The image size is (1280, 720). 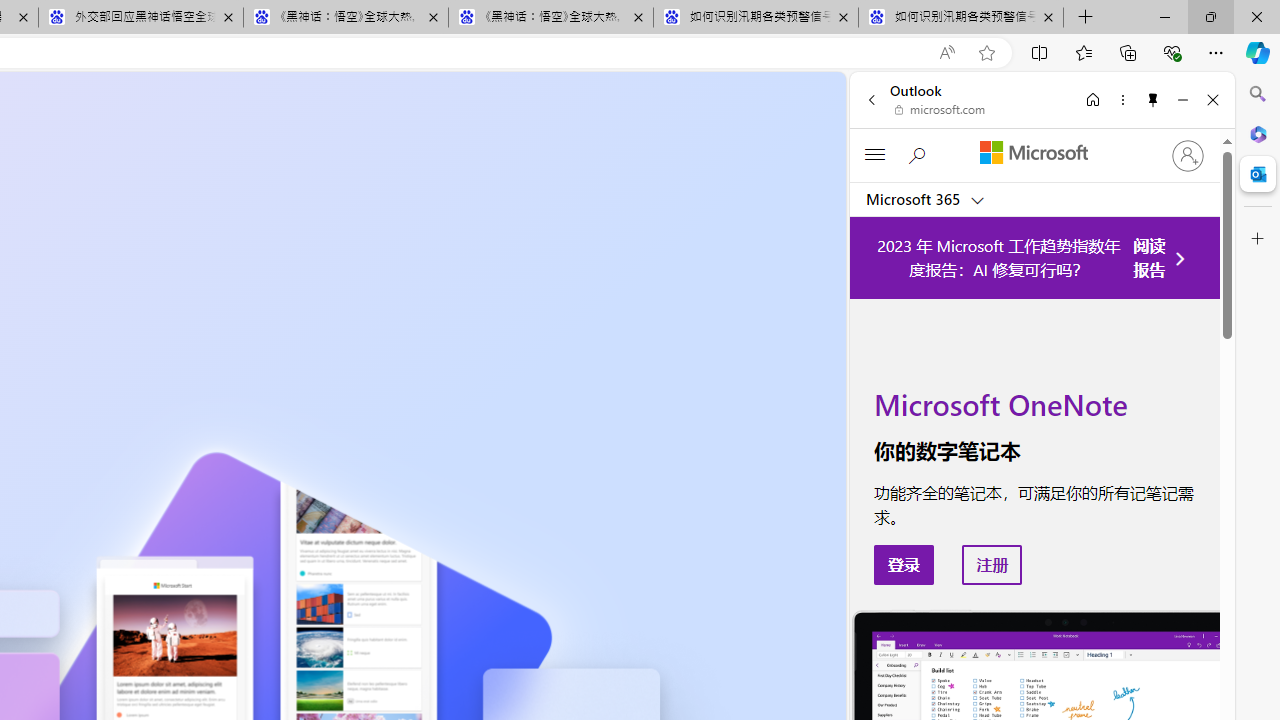 I want to click on 'Unpin side pane', so click(x=1153, y=99).